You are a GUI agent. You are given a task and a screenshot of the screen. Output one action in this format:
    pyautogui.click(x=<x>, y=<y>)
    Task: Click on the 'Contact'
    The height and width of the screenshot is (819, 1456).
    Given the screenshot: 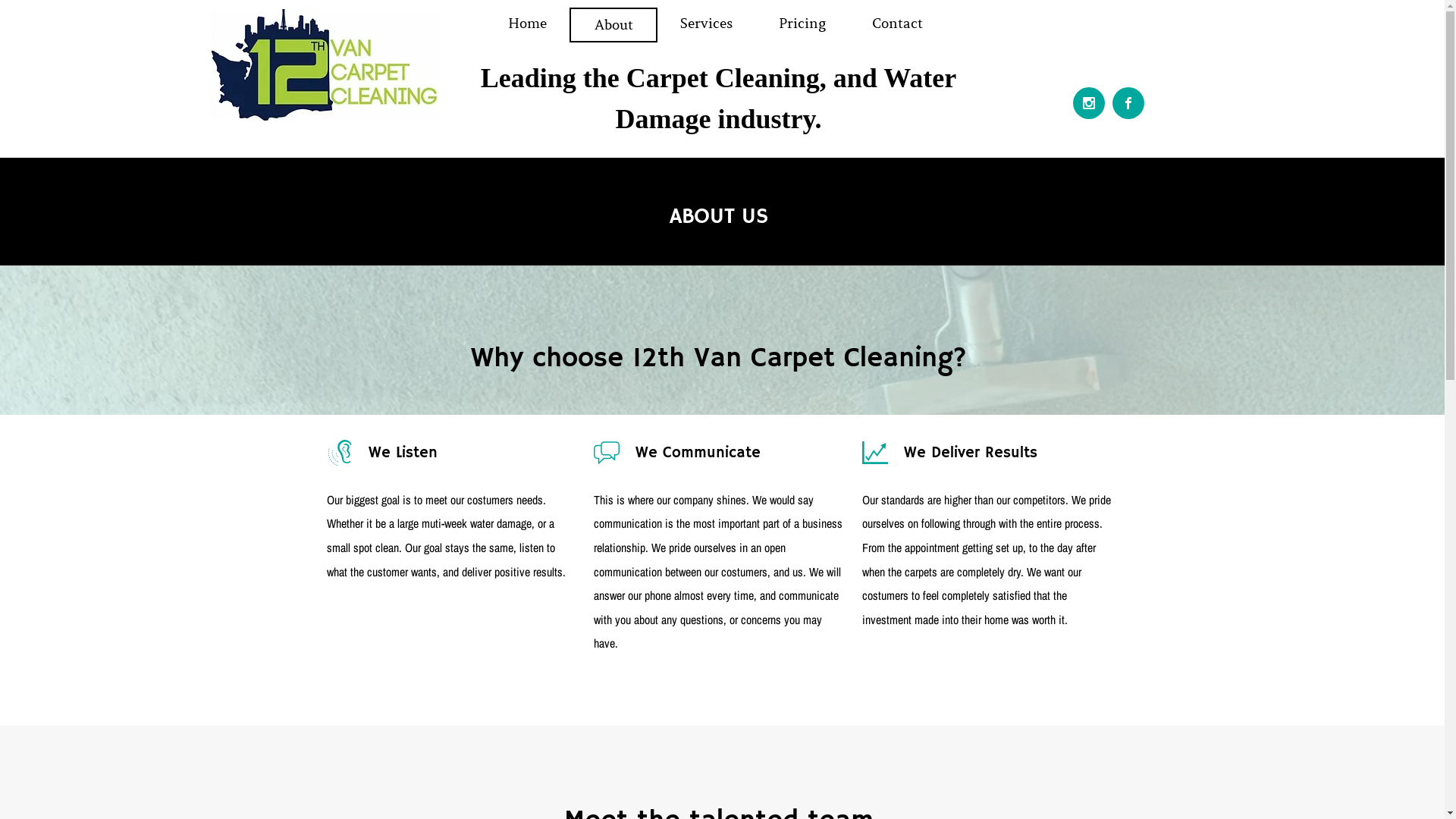 What is the action you would take?
    pyautogui.click(x=848, y=23)
    